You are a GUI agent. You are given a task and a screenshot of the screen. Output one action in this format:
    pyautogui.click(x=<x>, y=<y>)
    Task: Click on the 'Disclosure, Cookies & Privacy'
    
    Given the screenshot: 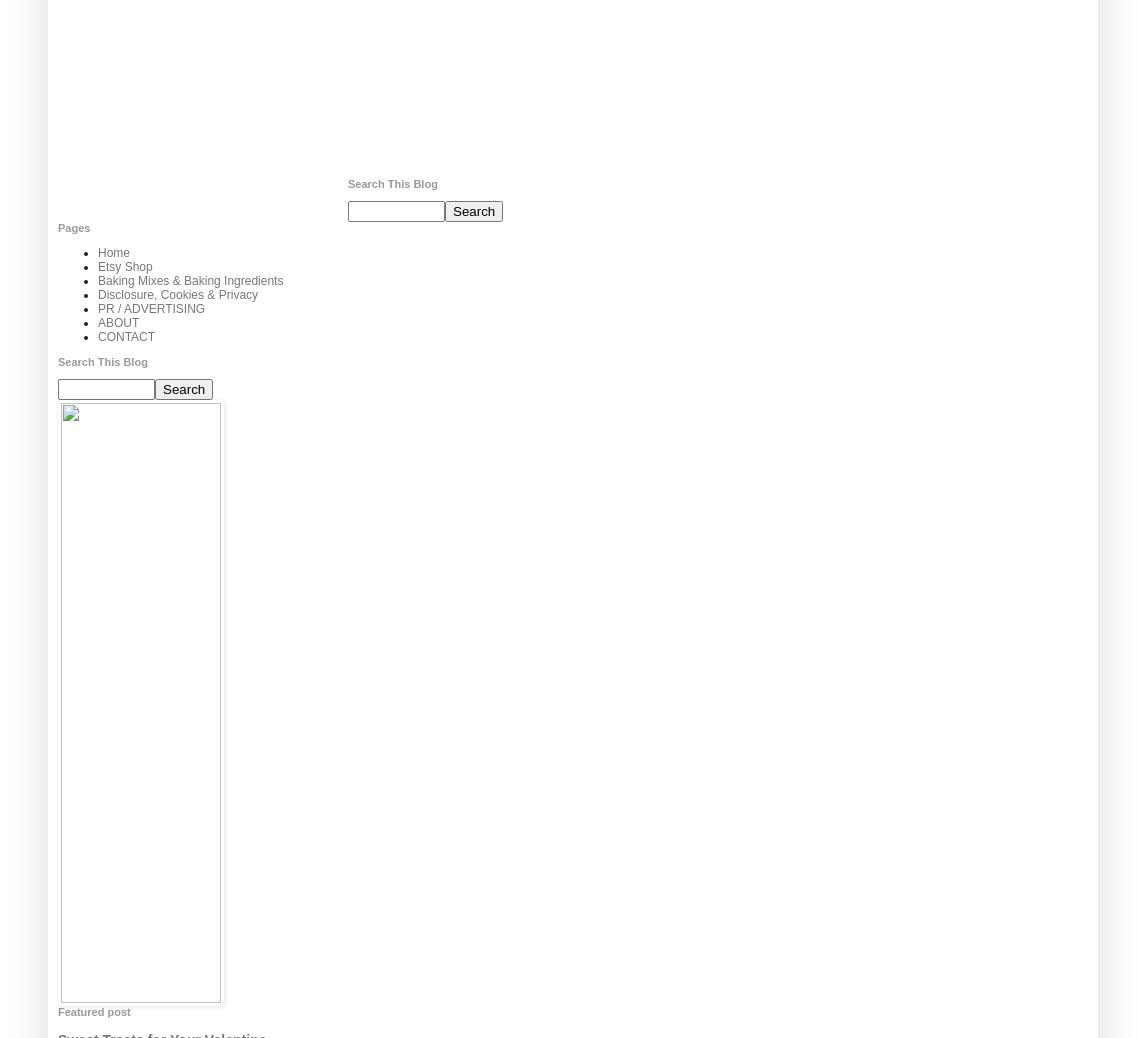 What is the action you would take?
    pyautogui.click(x=176, y=294)
    